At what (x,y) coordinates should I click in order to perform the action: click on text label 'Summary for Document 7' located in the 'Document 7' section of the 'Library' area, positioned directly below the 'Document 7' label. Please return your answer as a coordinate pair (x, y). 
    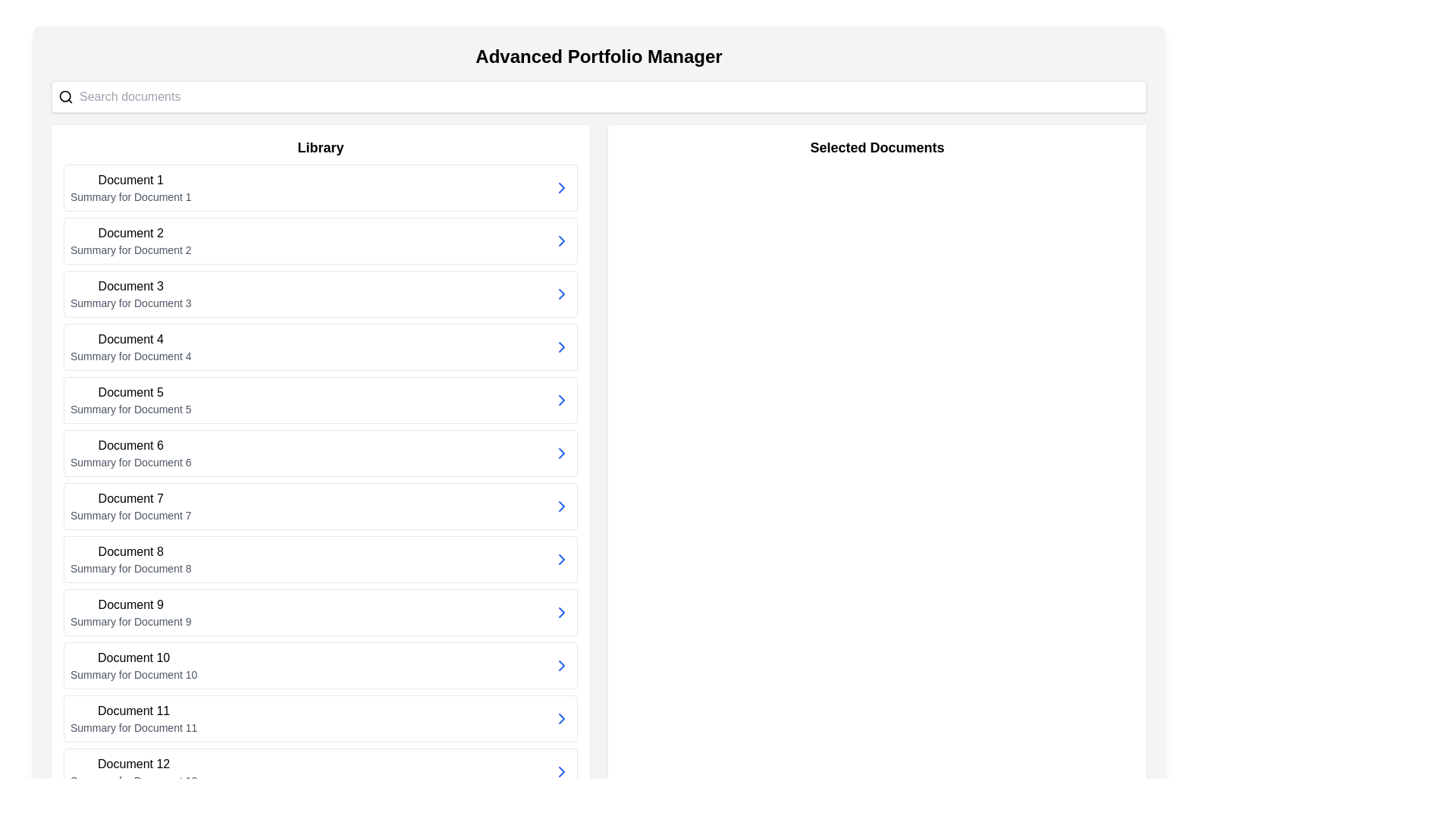
    Looking at the image, I should click on (130, 514).